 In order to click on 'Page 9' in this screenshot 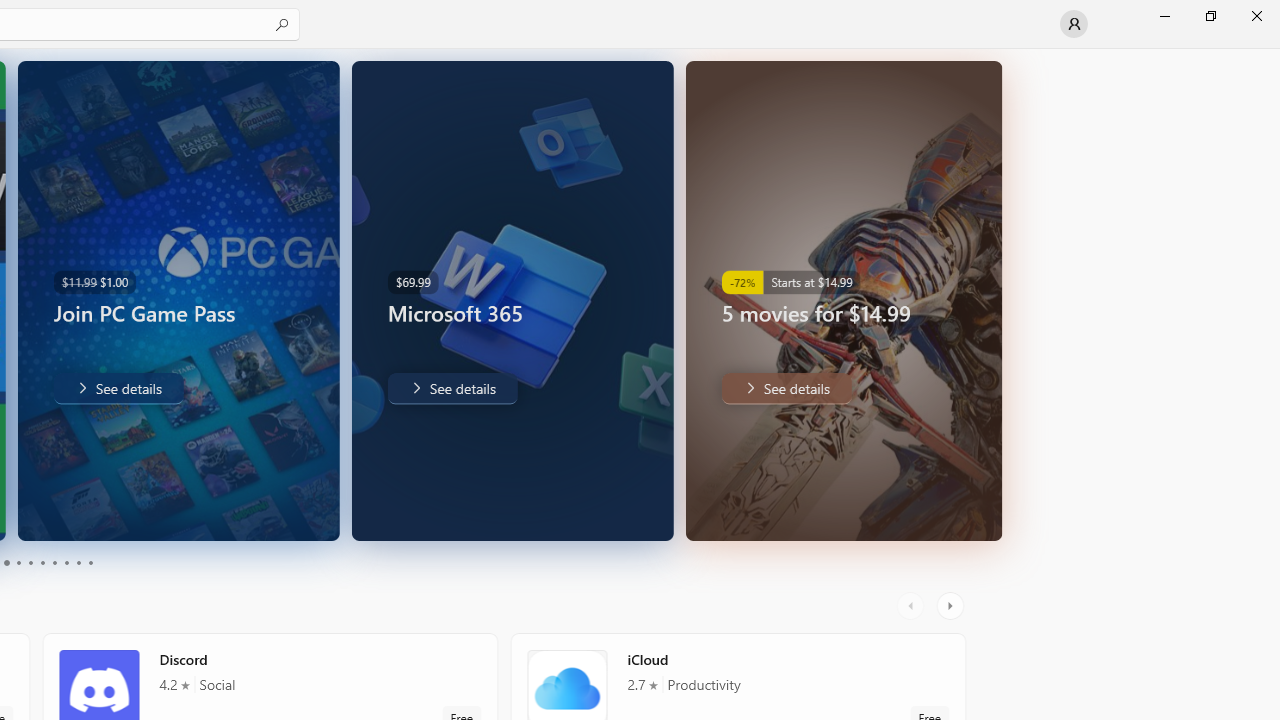, I will do `click(78, 563)`.